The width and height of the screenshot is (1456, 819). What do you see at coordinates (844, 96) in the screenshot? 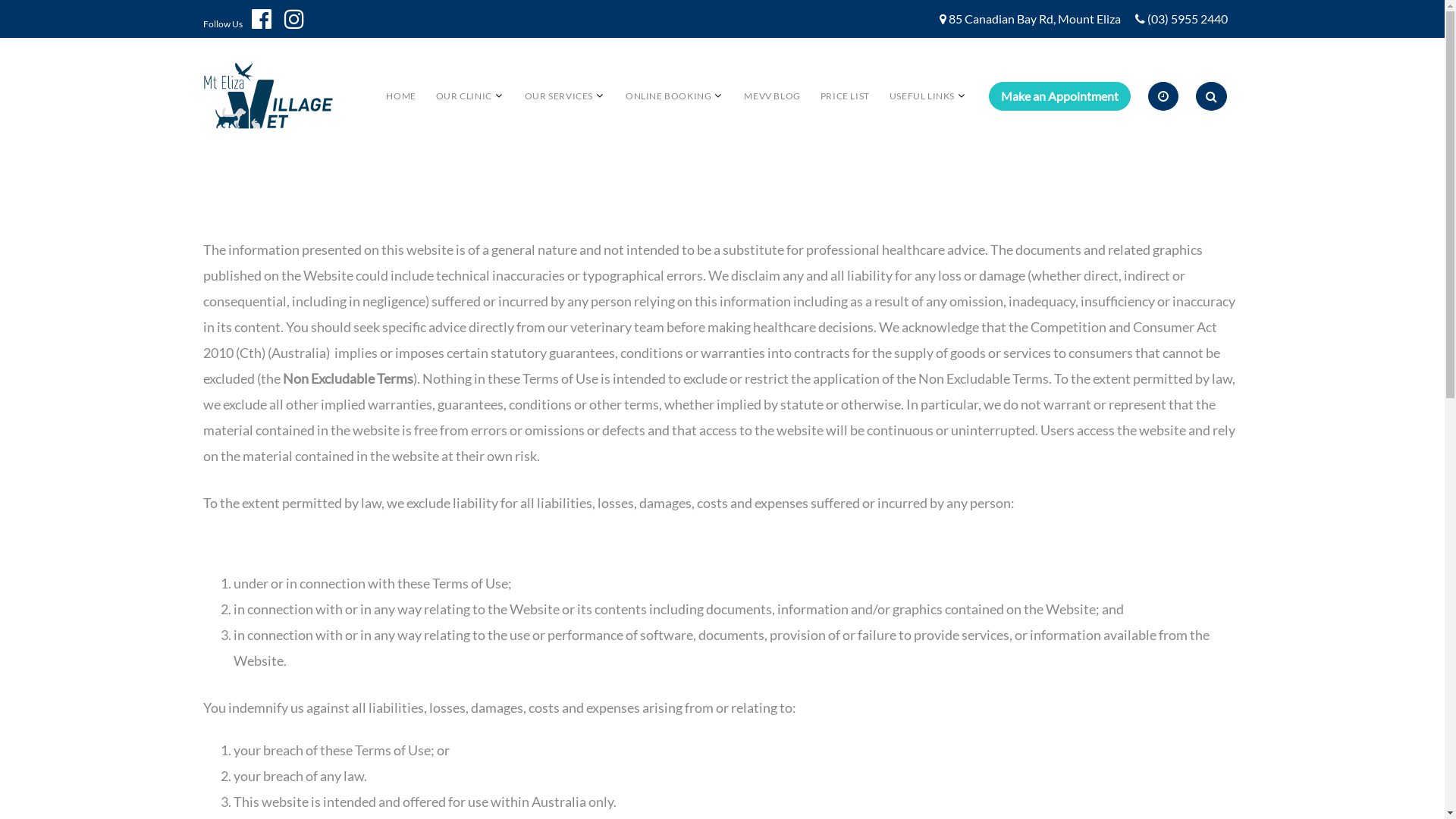
I see `'PRICE LIST'` at bounding box center [844, 96].